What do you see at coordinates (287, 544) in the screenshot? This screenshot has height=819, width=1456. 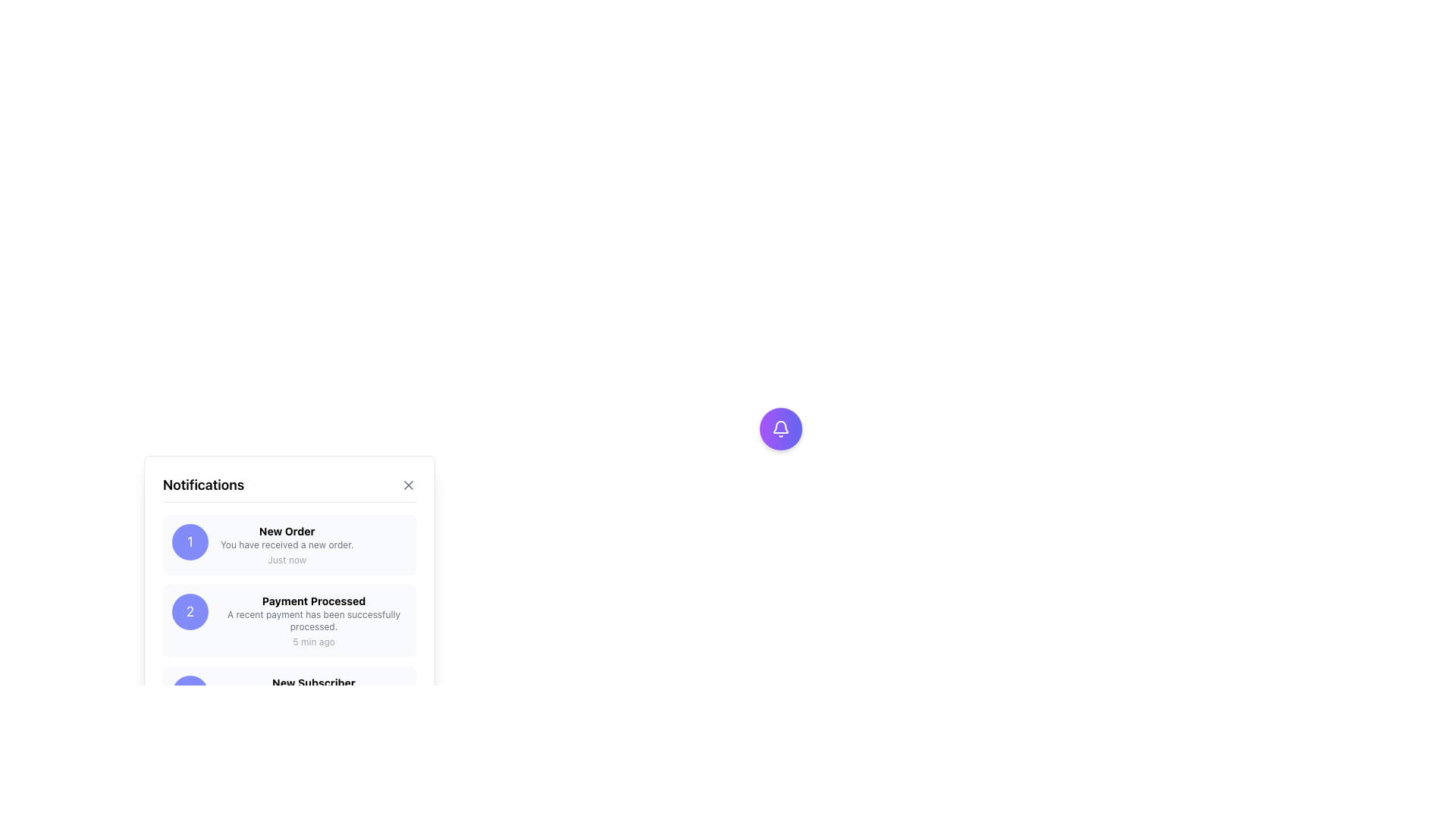 I see `the 'New Order' notification text block` at bounding box center [287, 544].